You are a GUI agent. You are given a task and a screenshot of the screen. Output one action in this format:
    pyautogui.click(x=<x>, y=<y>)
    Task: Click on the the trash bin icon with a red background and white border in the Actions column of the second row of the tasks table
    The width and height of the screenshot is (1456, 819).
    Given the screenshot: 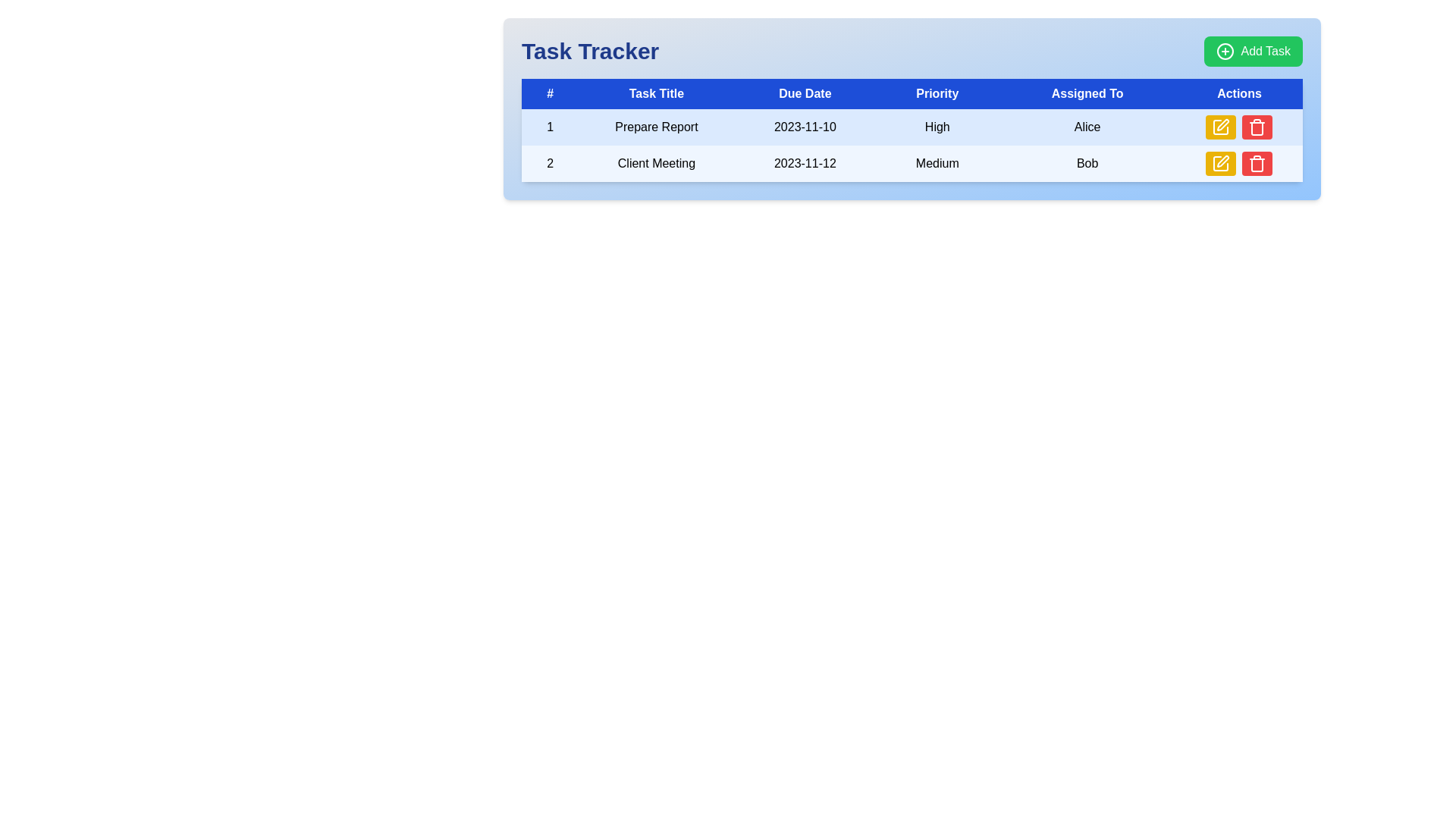 What is the action you would take?
    pyautogui.click(x=1257, y=127)
    